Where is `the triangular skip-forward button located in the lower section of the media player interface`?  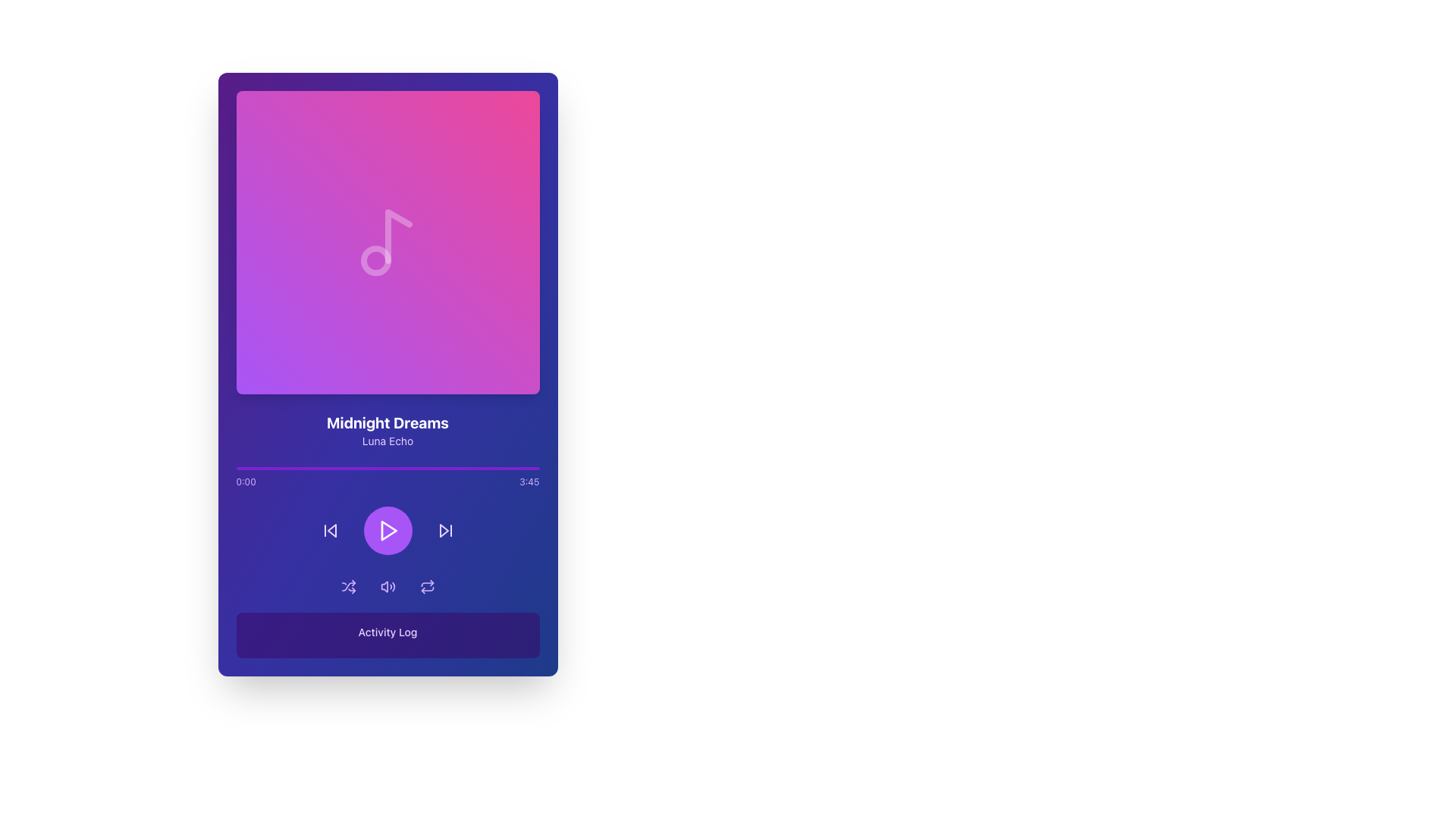 the triangular skip-forward button located in the lower section of the media player interface is located at coordinates (443, 529).